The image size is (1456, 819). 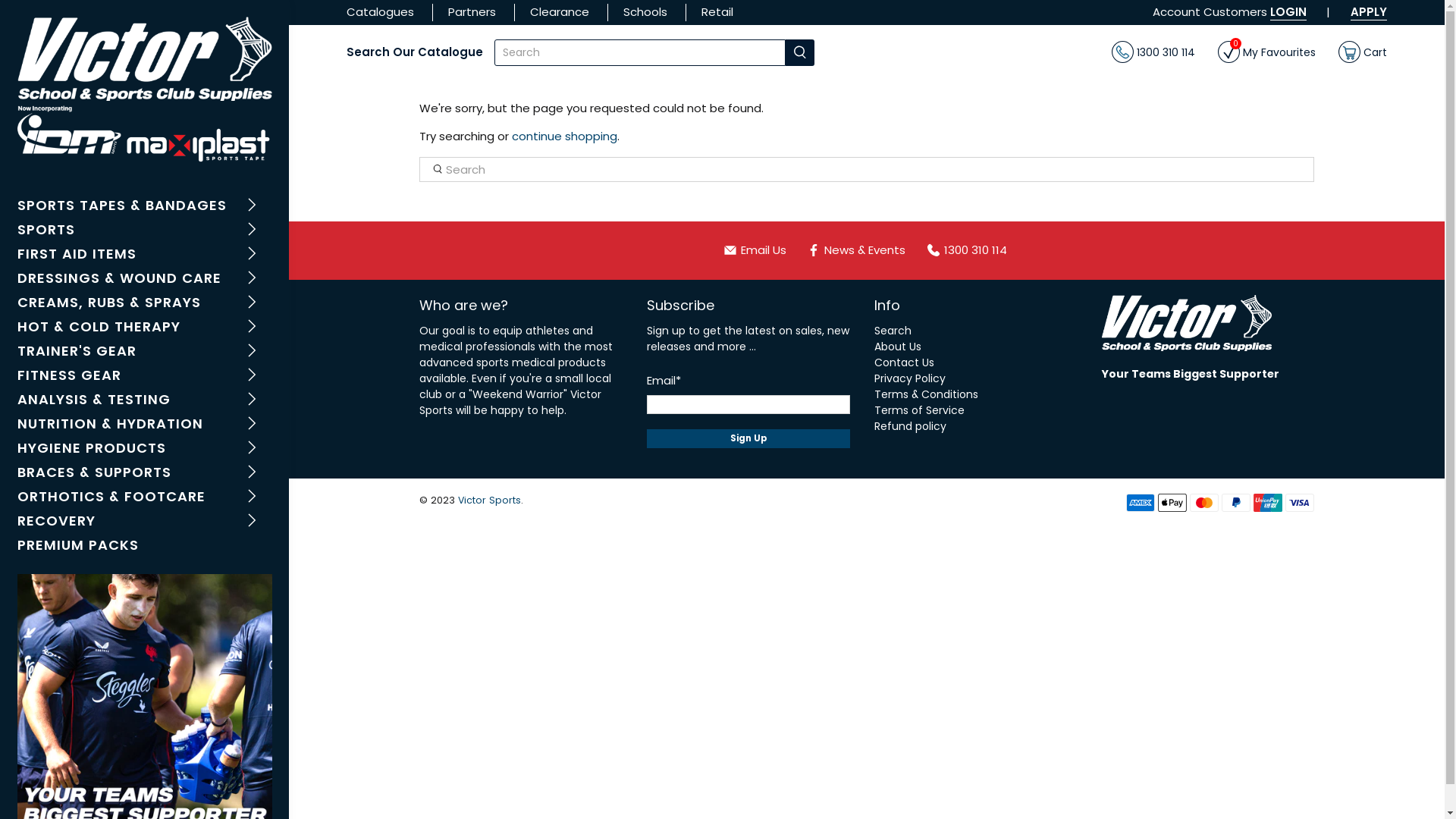 What do you see at coordinates (761, 250) in the screenshot?
I see `'Email Us'` at bounding box center [761, 250].